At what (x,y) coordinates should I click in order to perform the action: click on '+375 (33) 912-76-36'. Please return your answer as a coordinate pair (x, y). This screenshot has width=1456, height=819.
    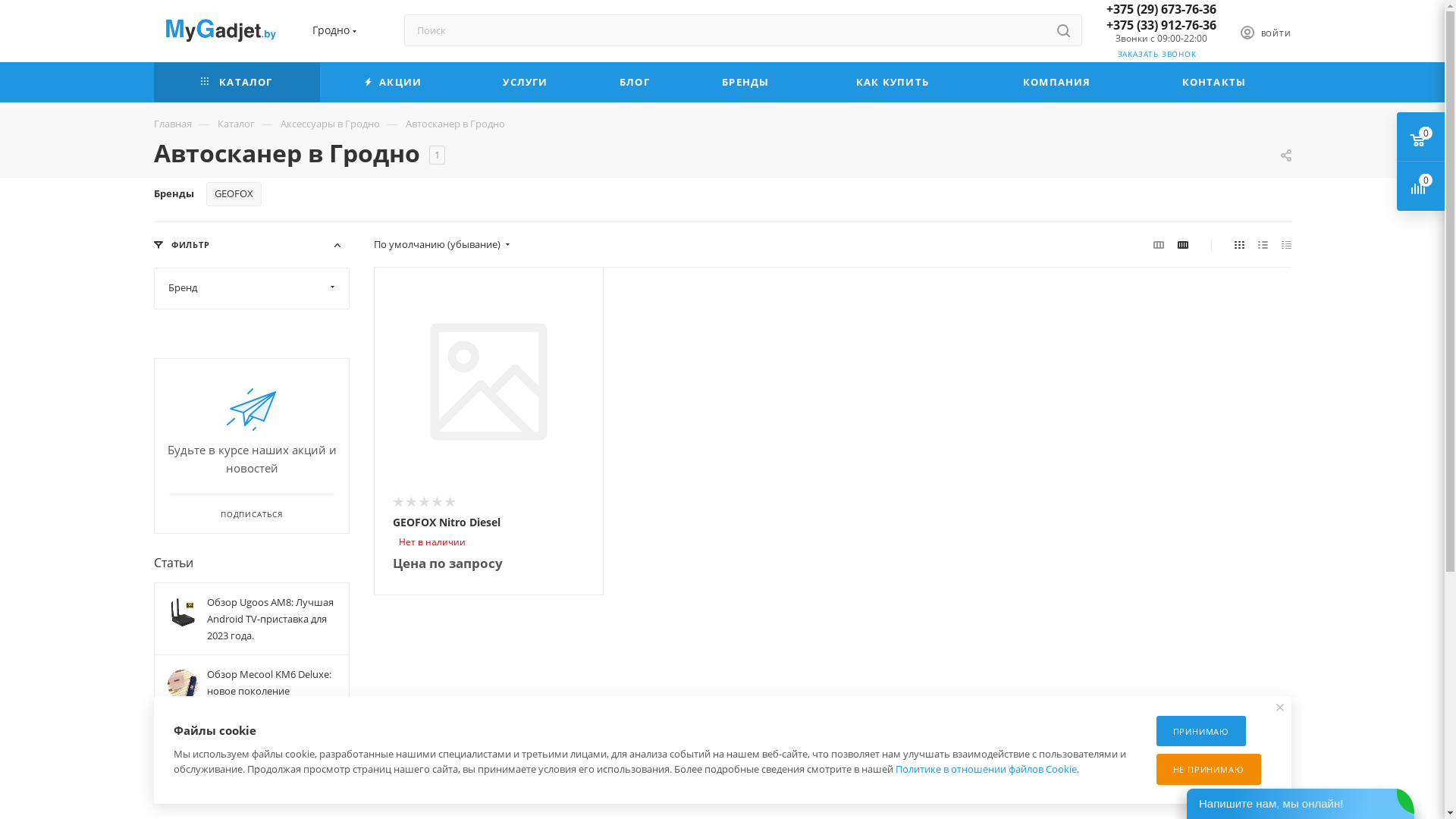
    Looking at the image, I should click on (1106, 25).